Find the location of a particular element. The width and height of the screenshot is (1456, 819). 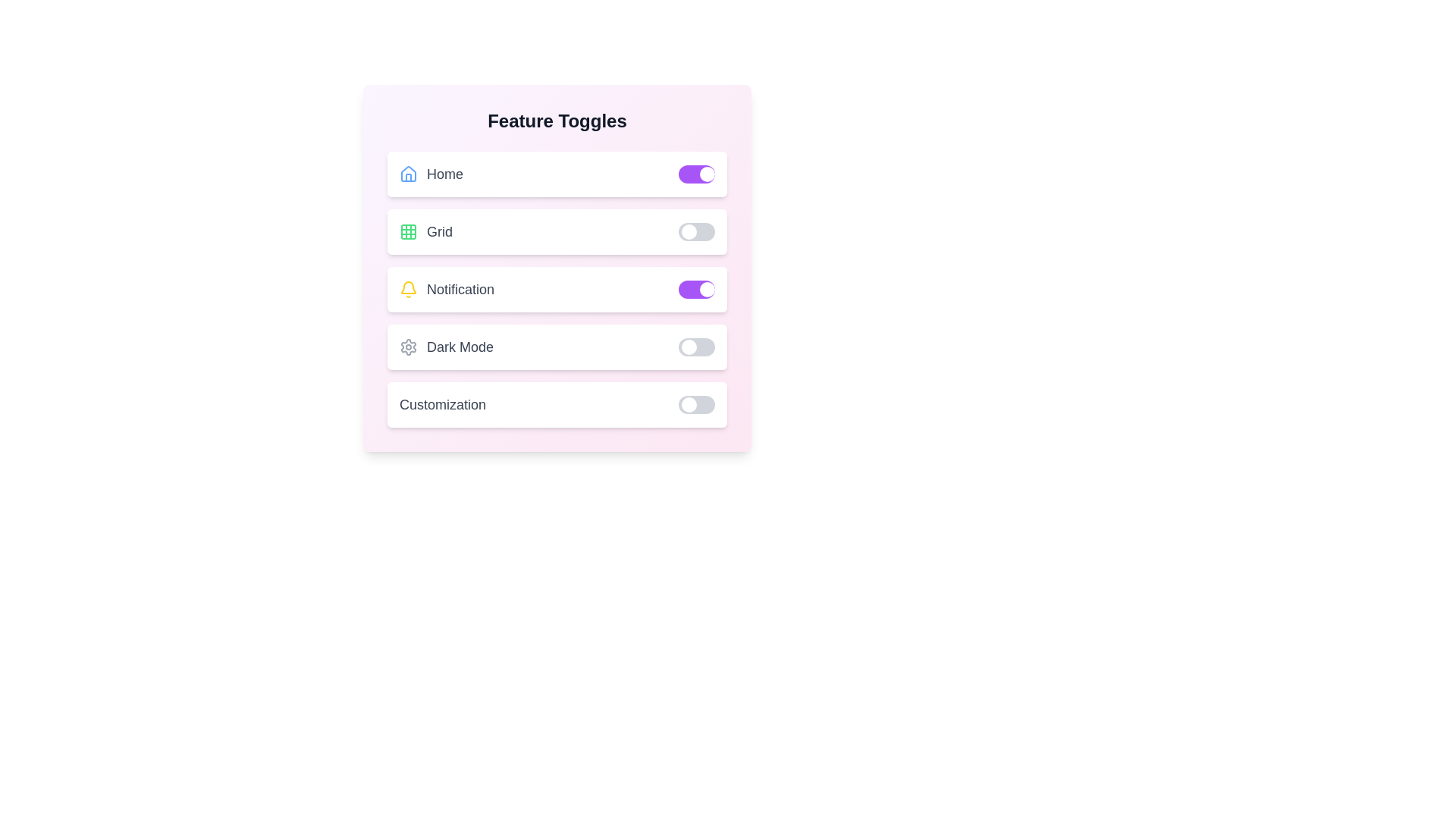

the bold header text 'Feature Toggles' displayed at the top of the panel with a gradient pink background is located at coordinates (556, 120).